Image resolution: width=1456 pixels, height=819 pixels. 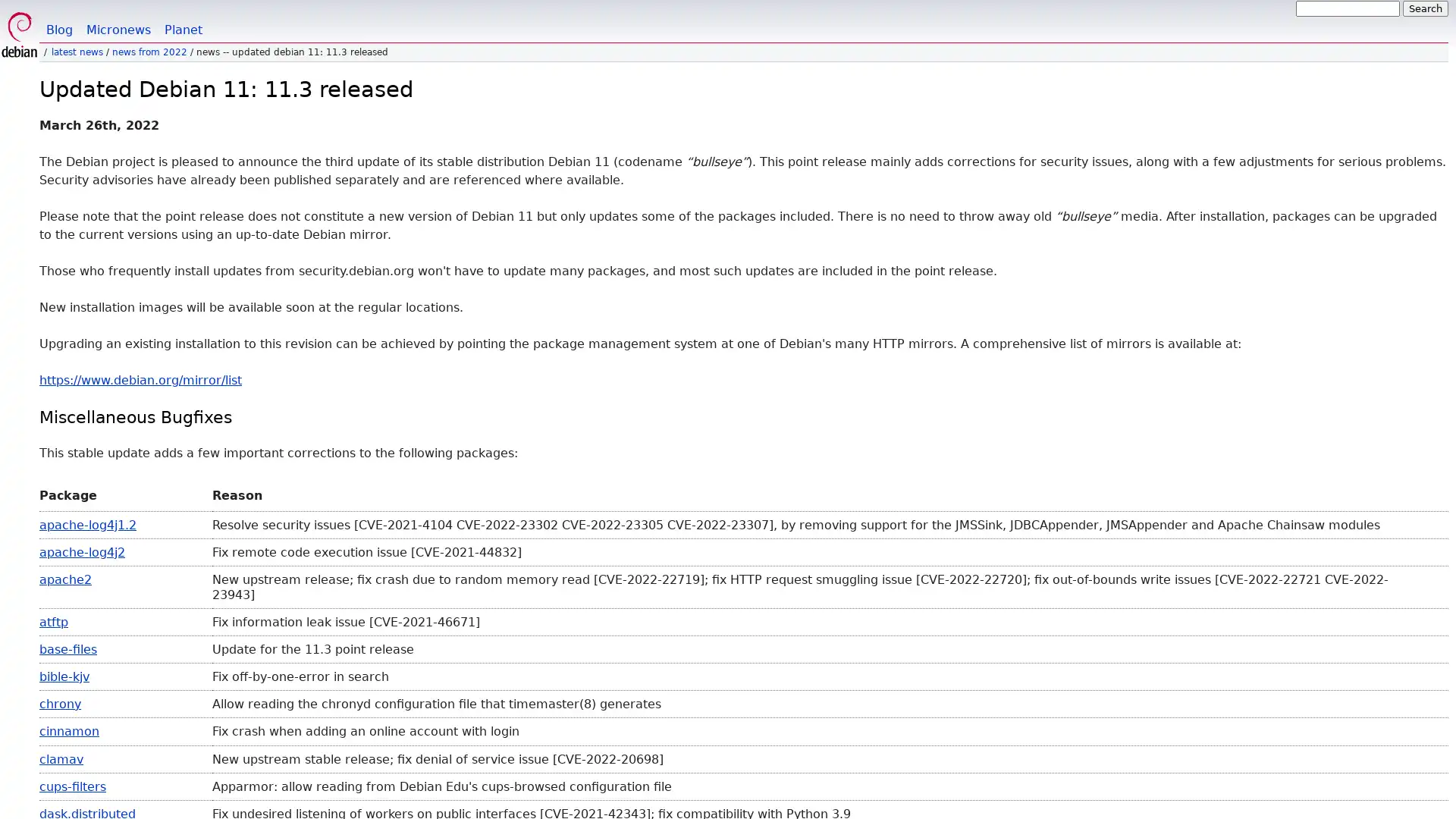 What do you see at coordinates (1425, 8) in the screenshot?
I see `Search` at bounding box center [1425, 8].